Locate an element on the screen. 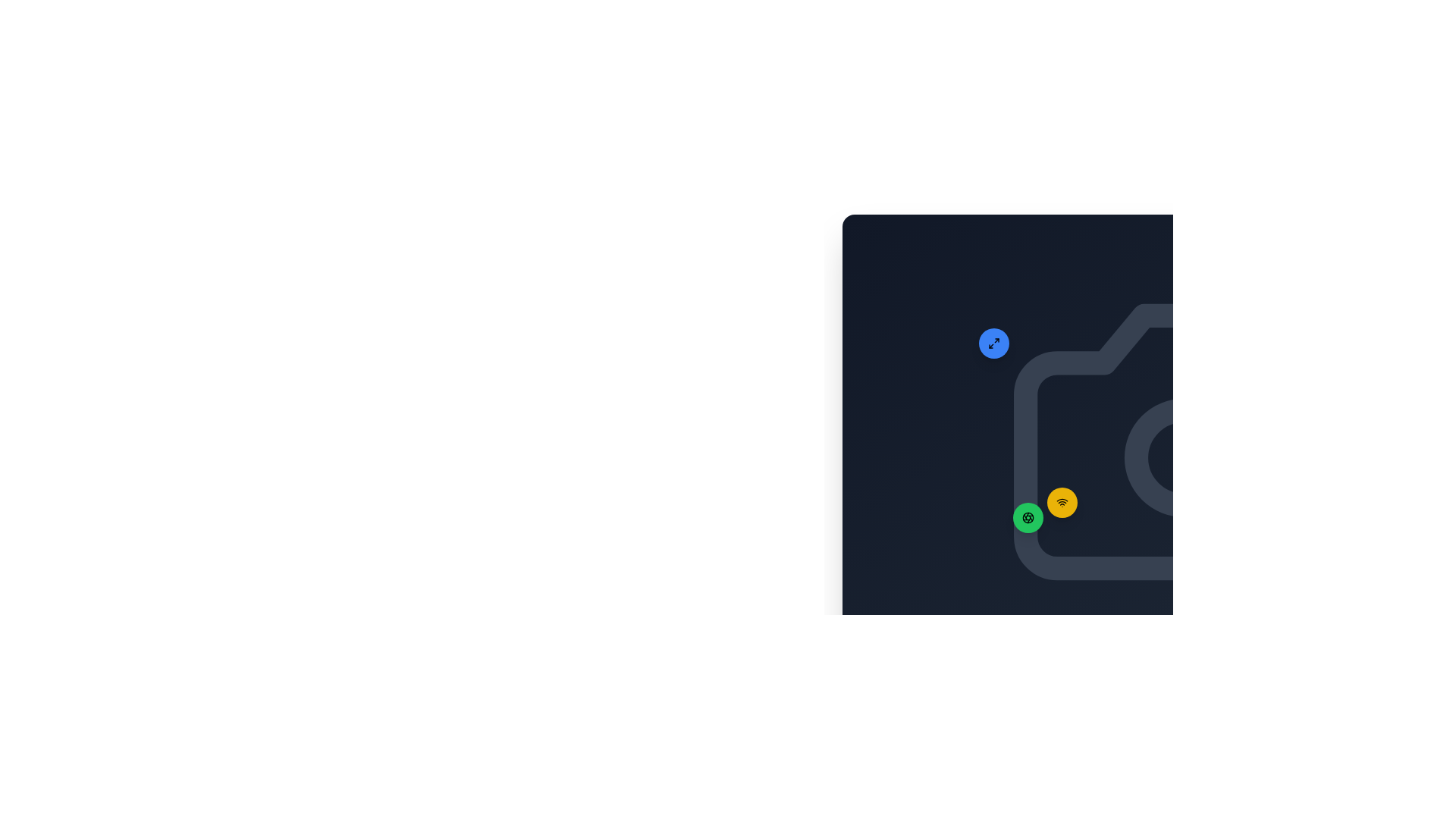 The width and height of the screenshot is (1456, 819). the maximize icon located in the top-right circular control element is located at coordinates (993, 343).